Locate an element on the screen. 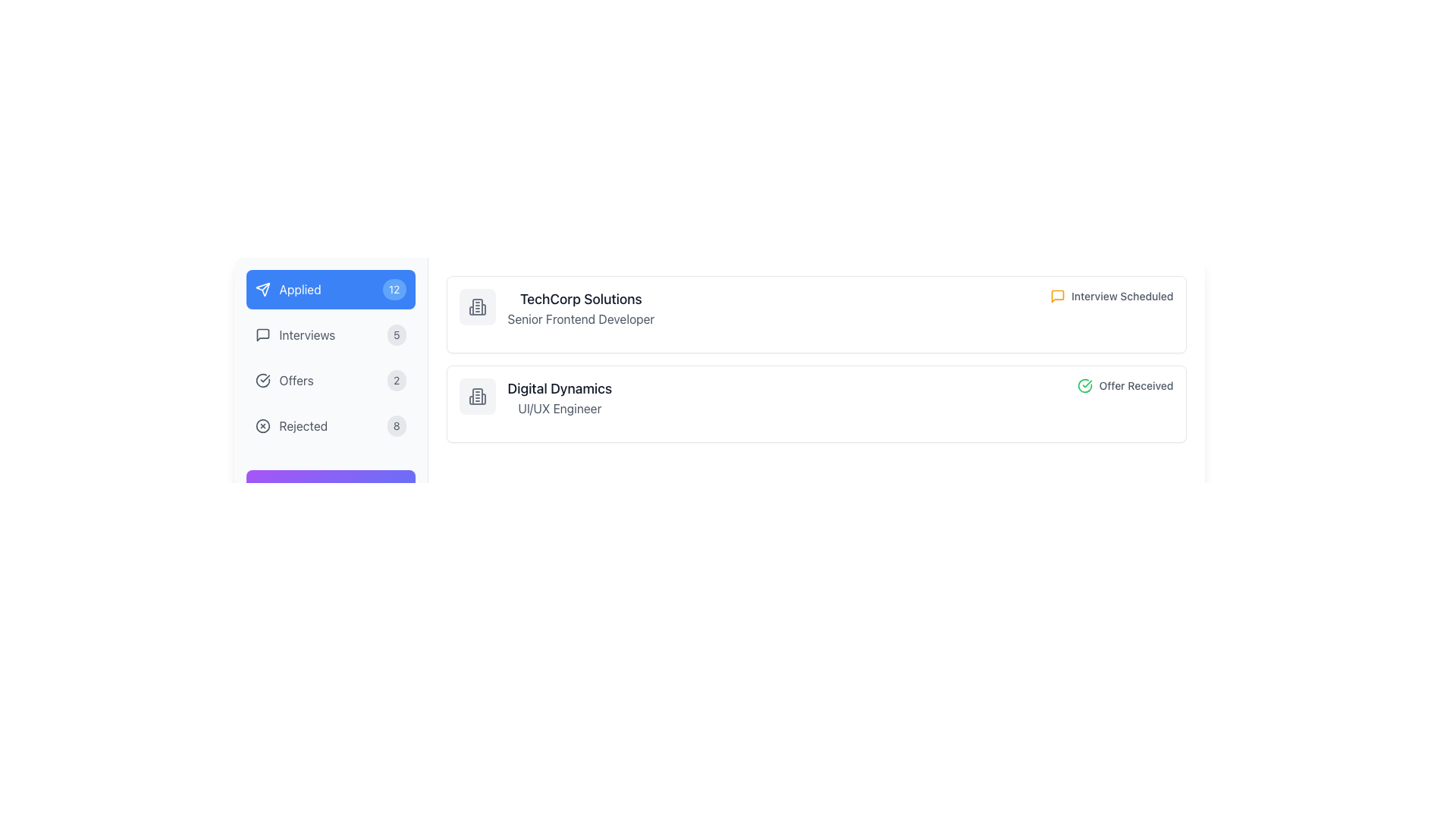  the gray speech bubble icon located to the left of the 'Interviews' text in the navigation sidebar is located at coordinates (262, 334).